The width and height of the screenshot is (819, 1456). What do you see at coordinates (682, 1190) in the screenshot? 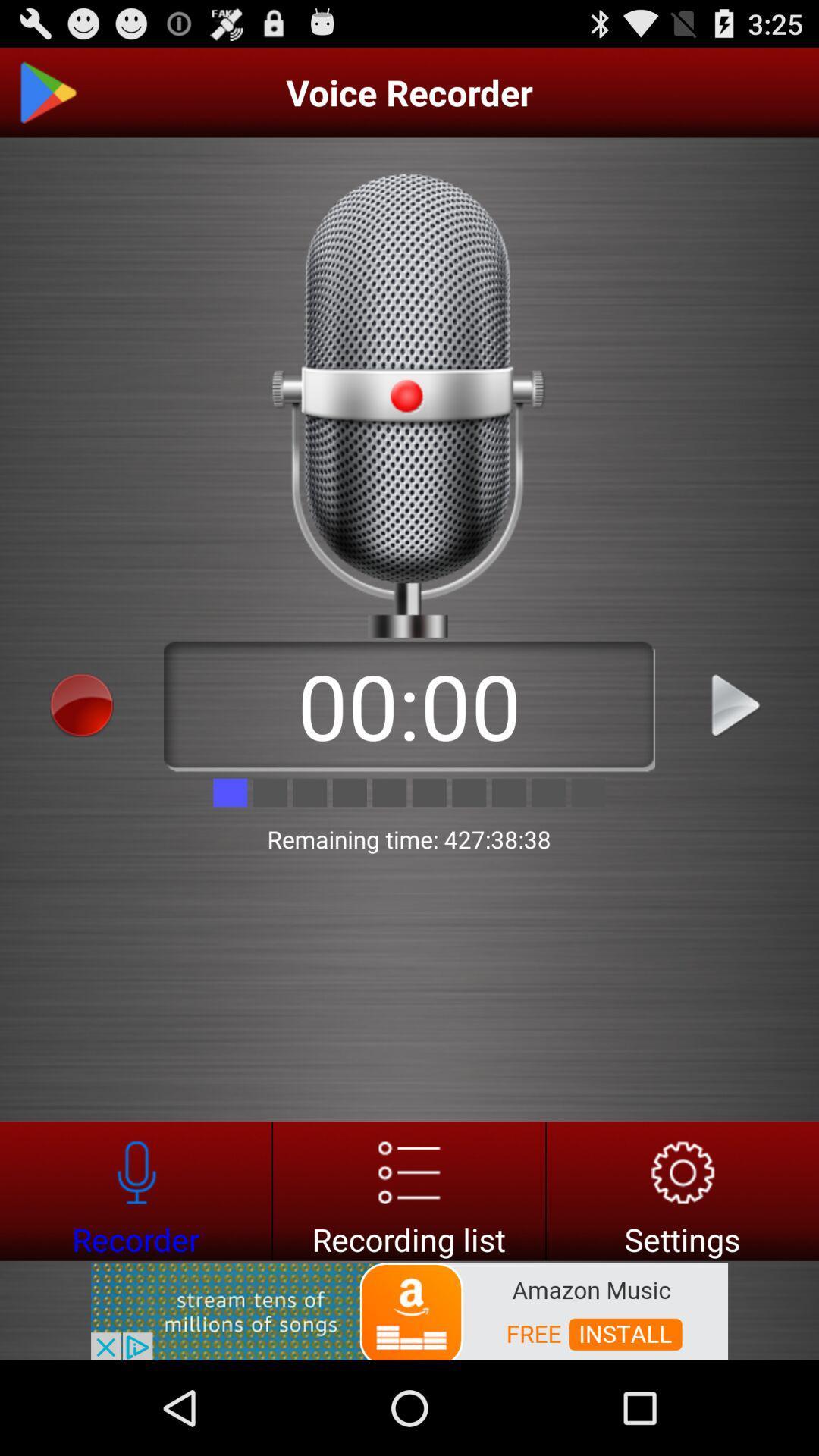
I see `settings button` at bounding box center [682, 1190].